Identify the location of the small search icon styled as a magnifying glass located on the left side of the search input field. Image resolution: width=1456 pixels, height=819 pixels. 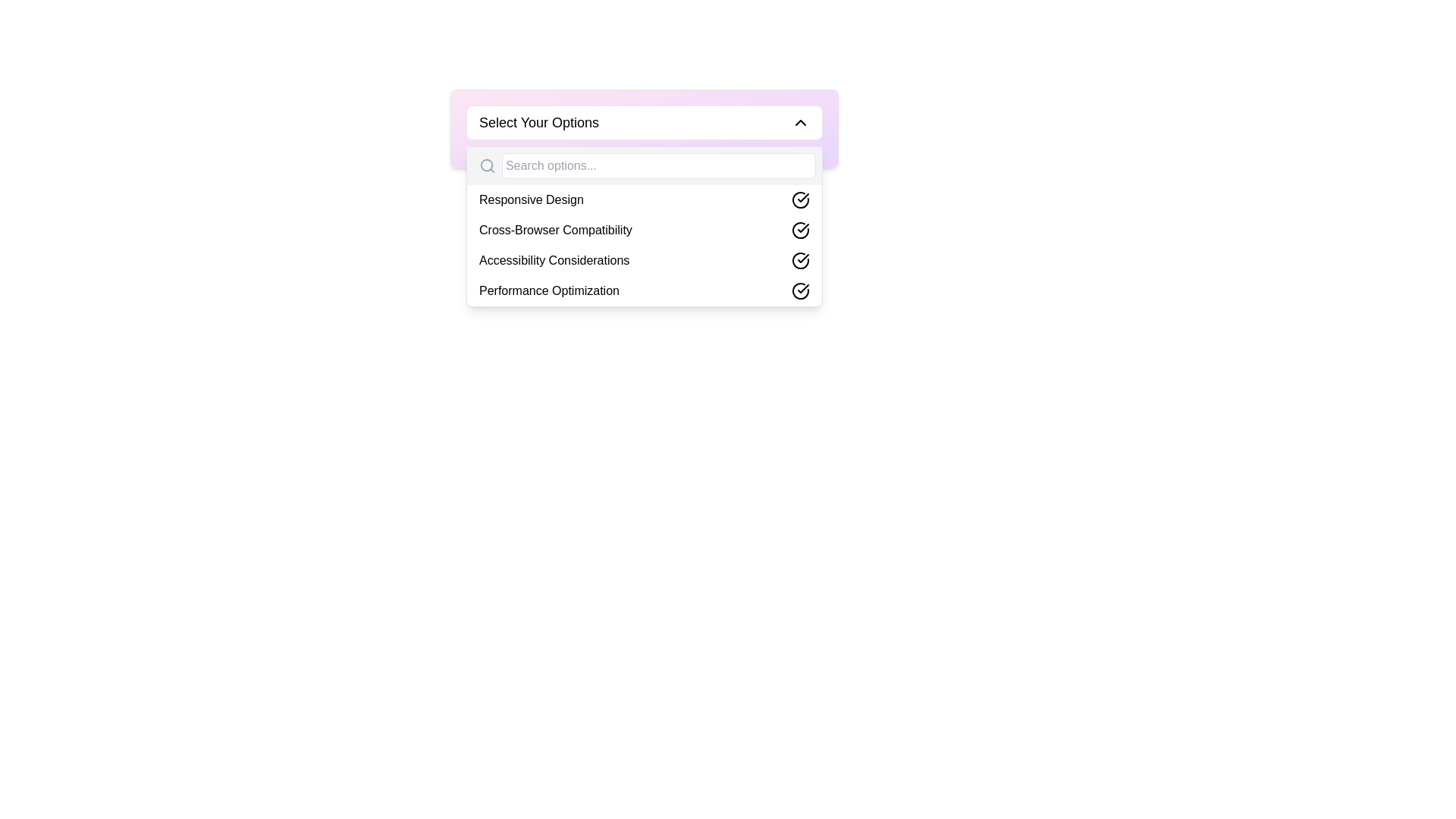
(488, 166).